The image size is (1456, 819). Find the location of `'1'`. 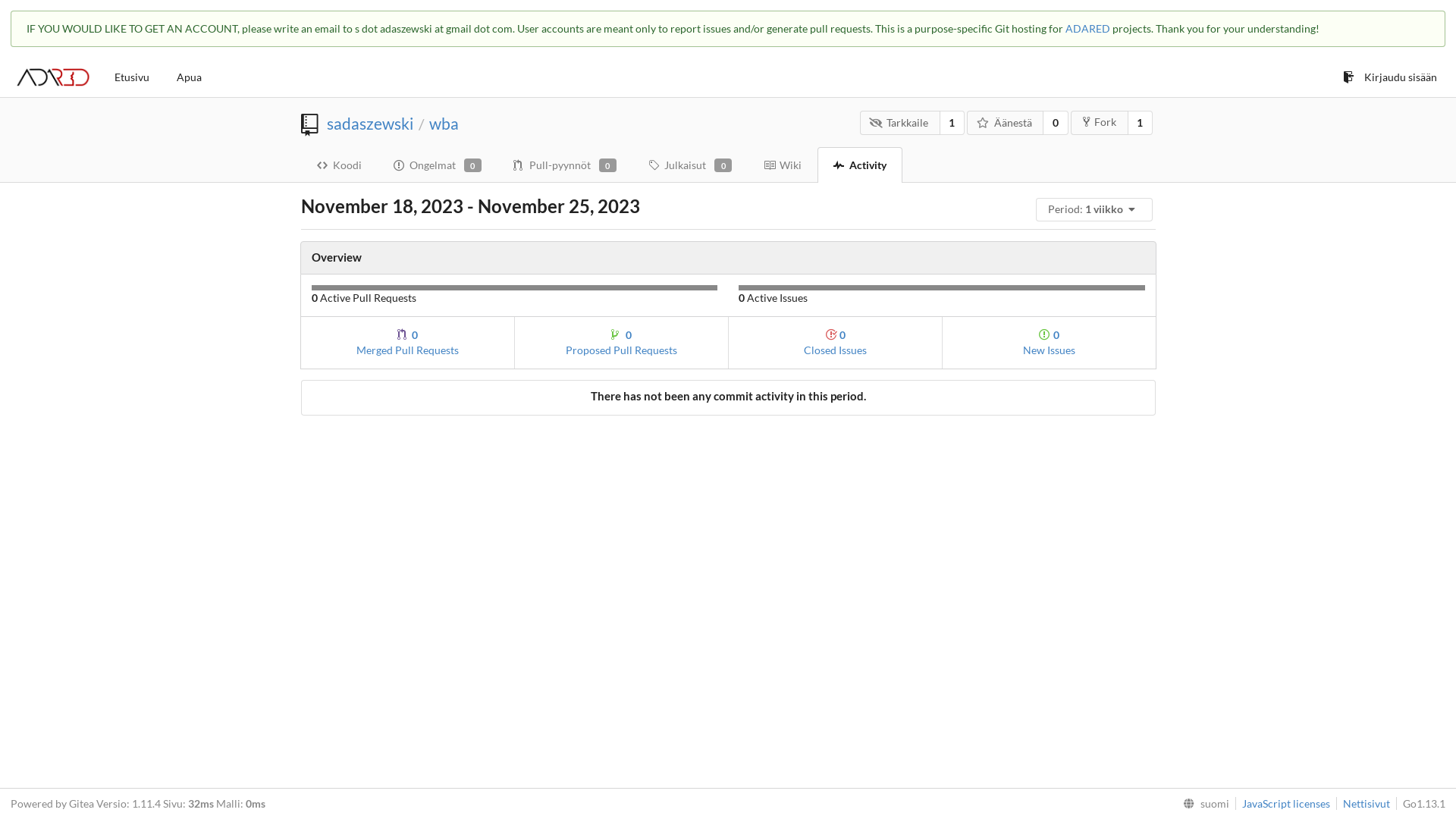

'1' is located at coordinates (952, 122).